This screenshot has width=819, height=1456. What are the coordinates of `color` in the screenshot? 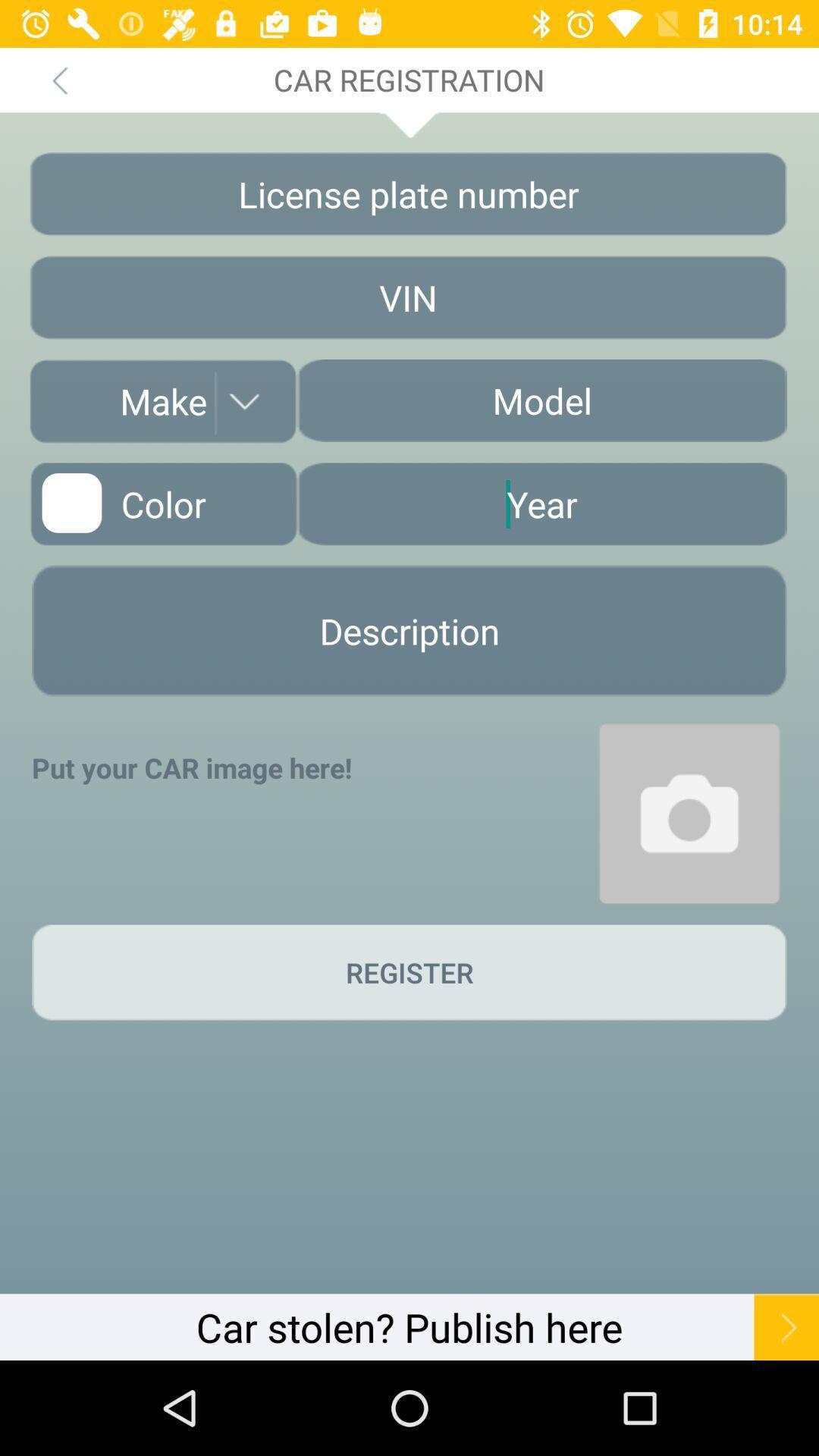 It's located at (163, 504).